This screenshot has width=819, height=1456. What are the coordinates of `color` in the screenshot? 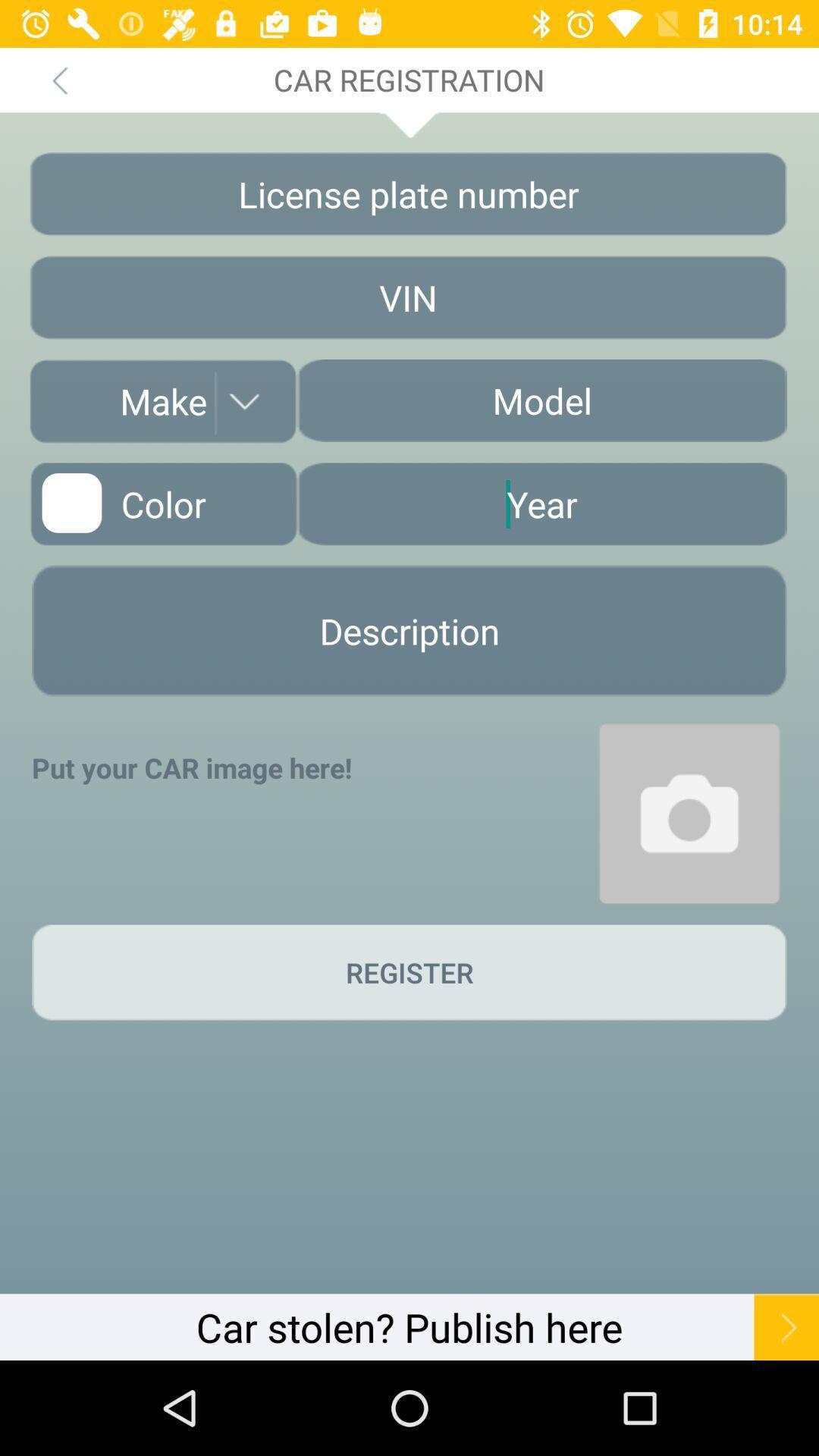 It's located at (163, 504).